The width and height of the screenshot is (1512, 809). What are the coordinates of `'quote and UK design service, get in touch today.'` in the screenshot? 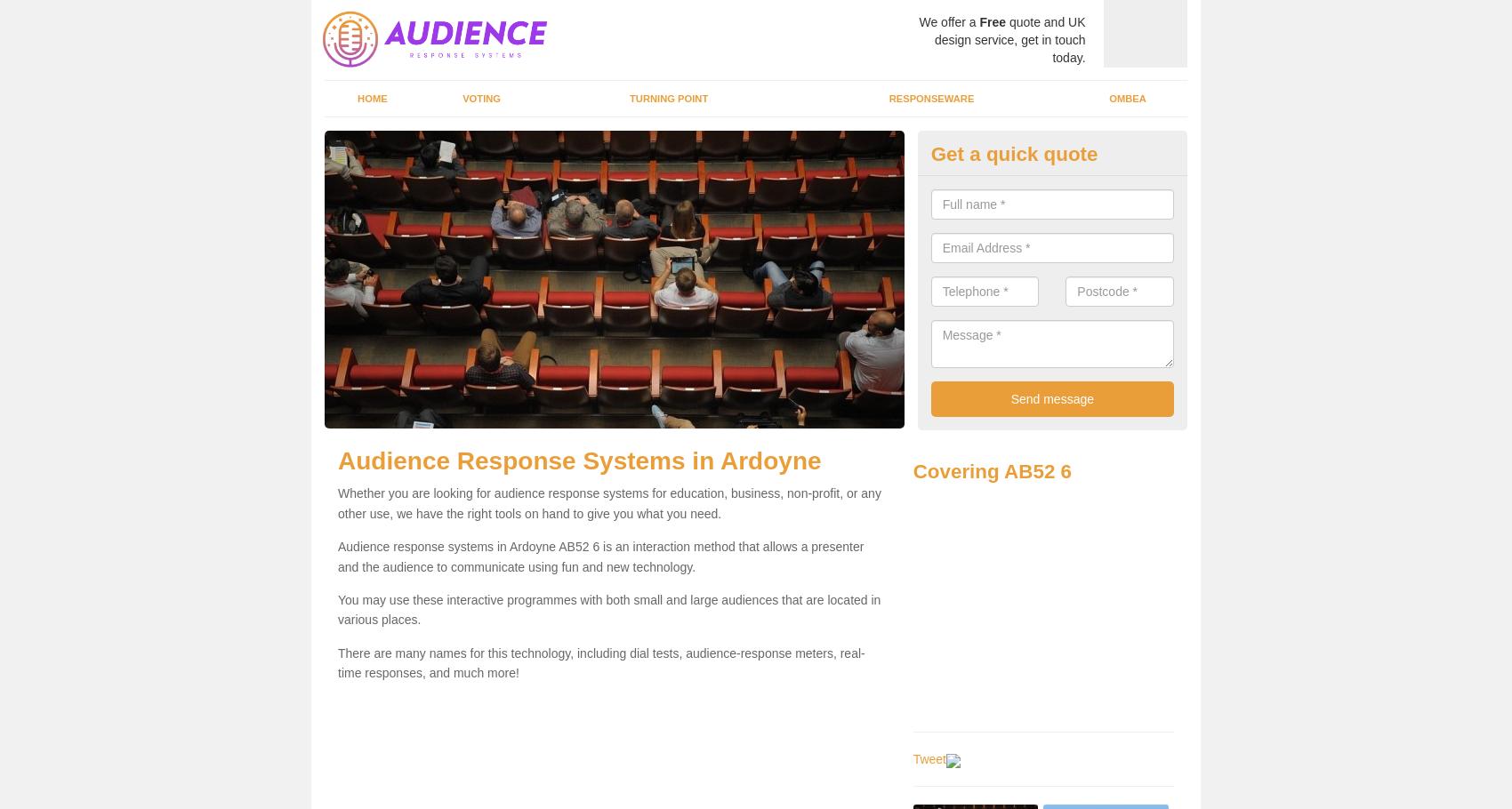 It's located at (1009, 40).